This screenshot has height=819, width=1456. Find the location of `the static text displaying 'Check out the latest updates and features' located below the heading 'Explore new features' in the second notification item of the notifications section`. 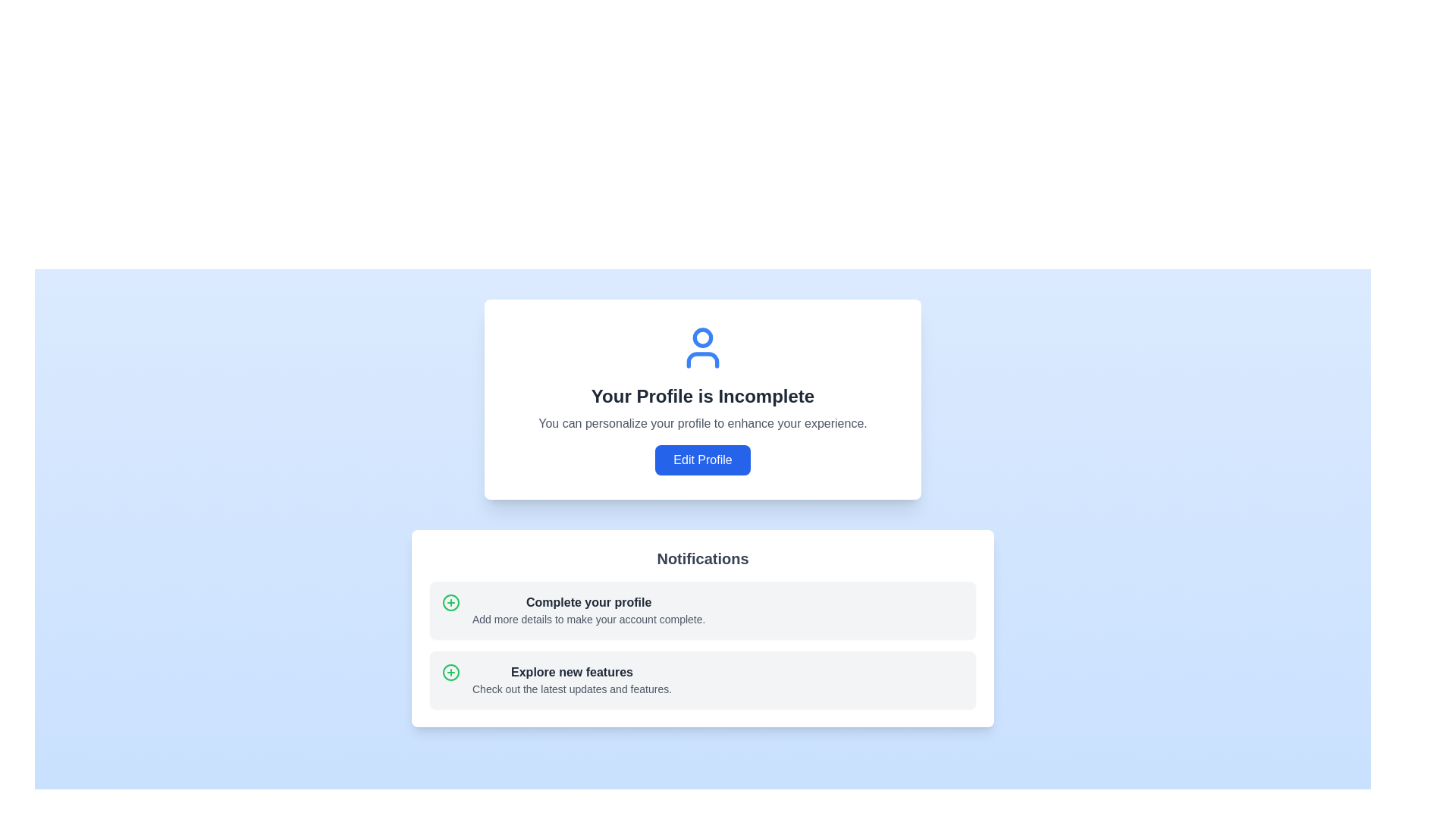

the static text displaying 'Check out the latest updates and features' located below the heading 'Explore new features' in the second notification item of the notifications section is located at coordinates (571, 689).